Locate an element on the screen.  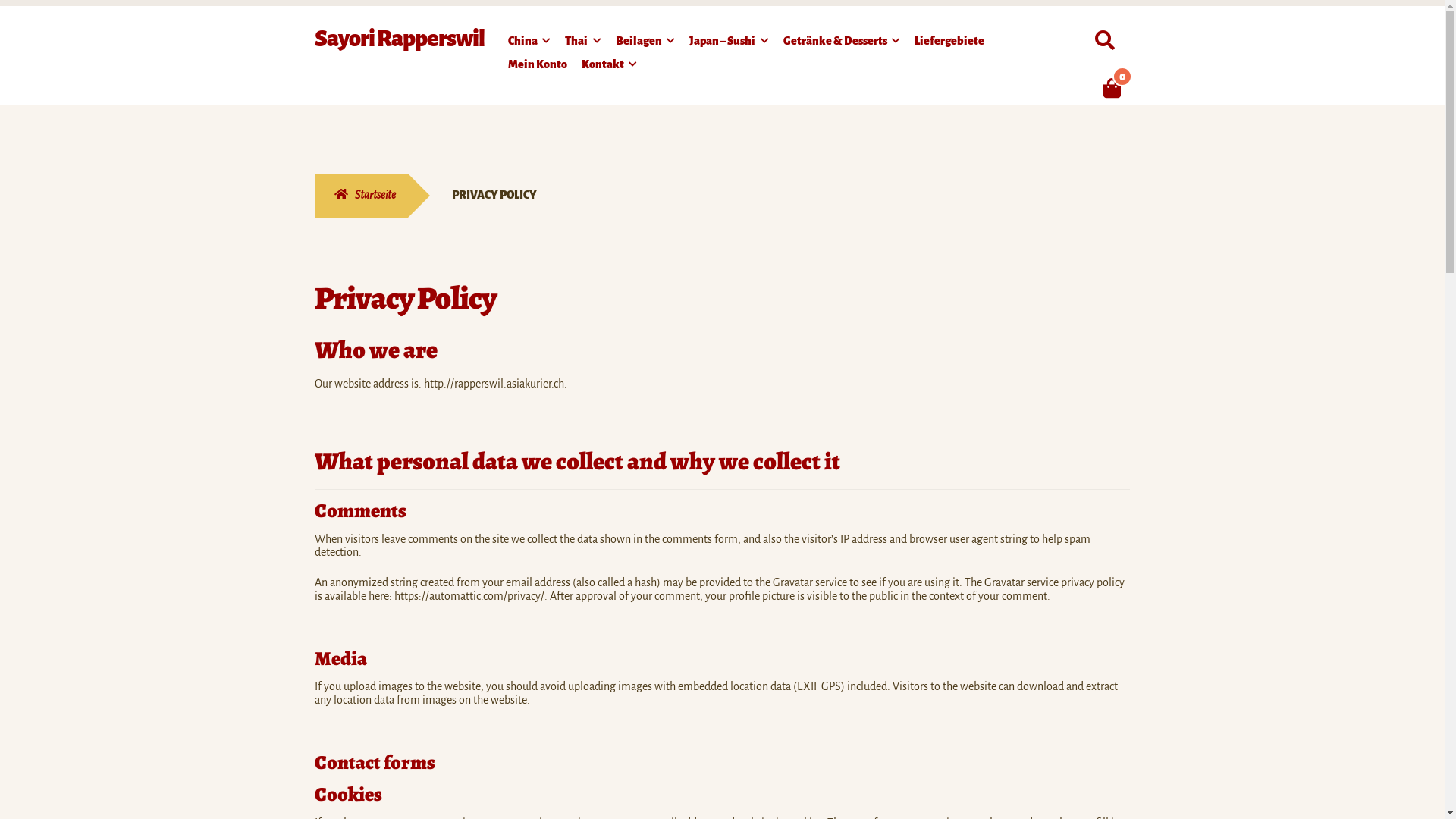
'Kontakt' is located at coordinates (609, 66).